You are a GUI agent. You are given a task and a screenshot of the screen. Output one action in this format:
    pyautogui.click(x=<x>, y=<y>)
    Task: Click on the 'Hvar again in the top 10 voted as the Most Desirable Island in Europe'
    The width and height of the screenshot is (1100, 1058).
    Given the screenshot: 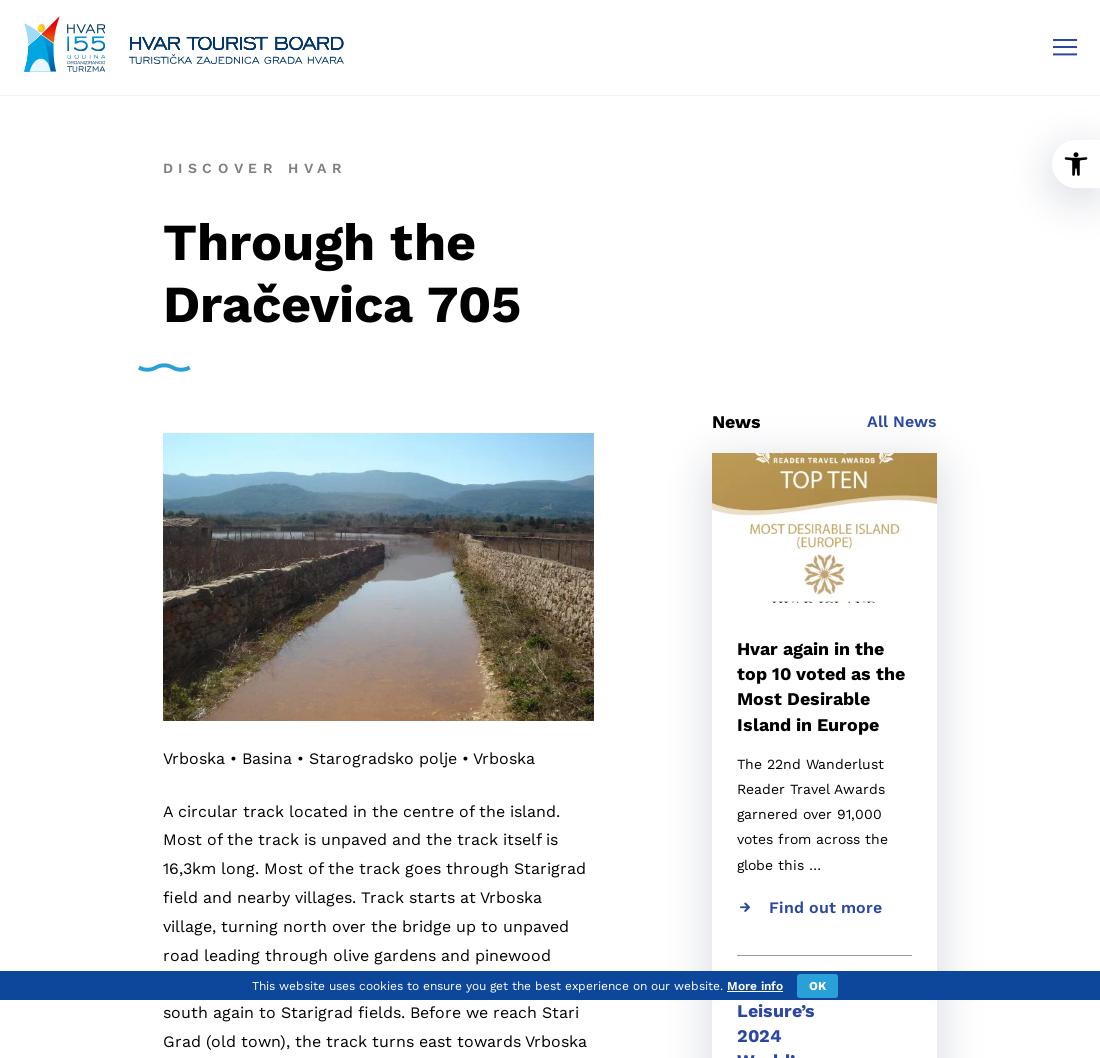 What is the action you would take?
    pyautogui.click(x=821, y=685)
    